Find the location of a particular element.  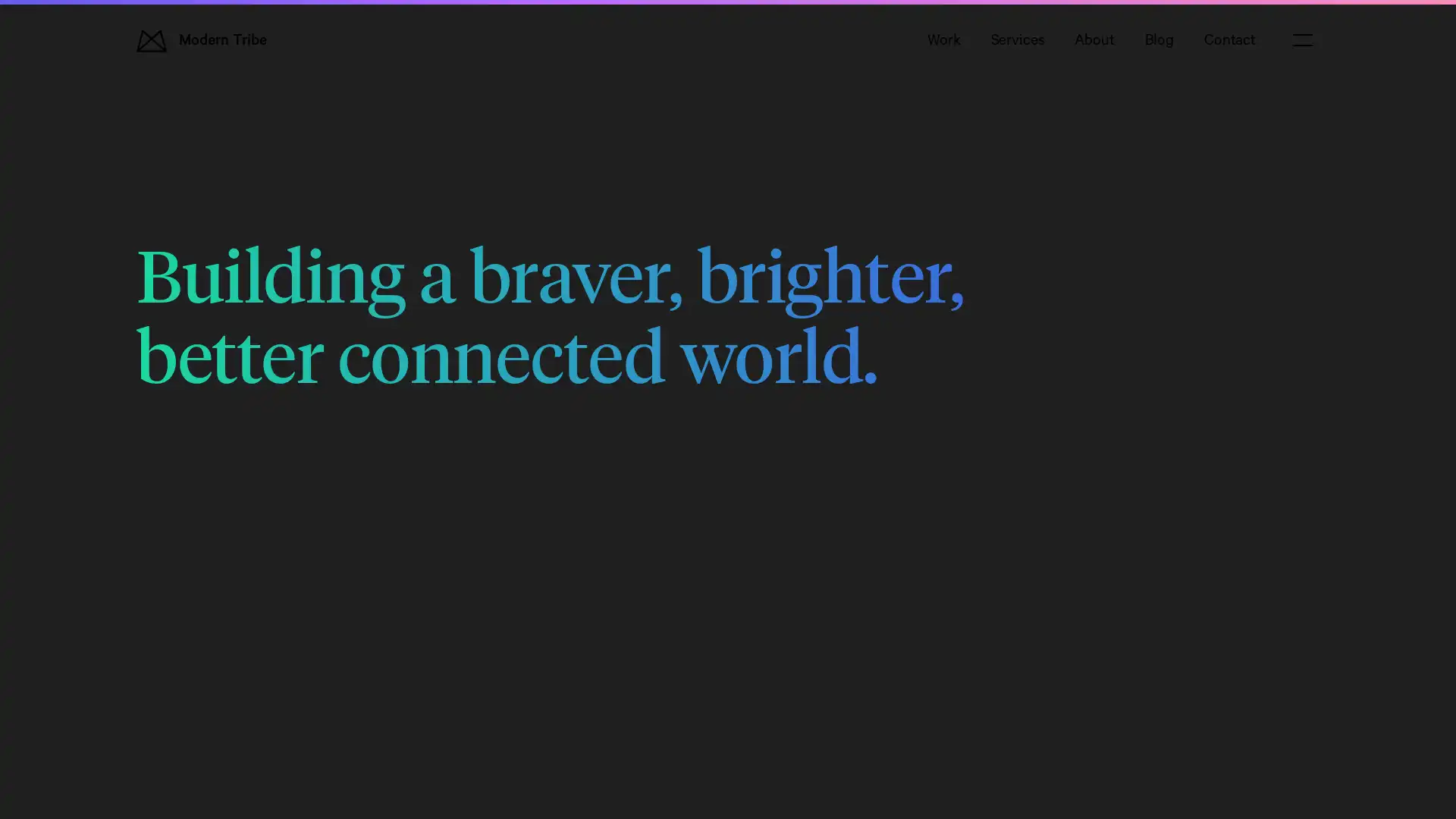

Menu Button is located at coordinates (1302, 39).